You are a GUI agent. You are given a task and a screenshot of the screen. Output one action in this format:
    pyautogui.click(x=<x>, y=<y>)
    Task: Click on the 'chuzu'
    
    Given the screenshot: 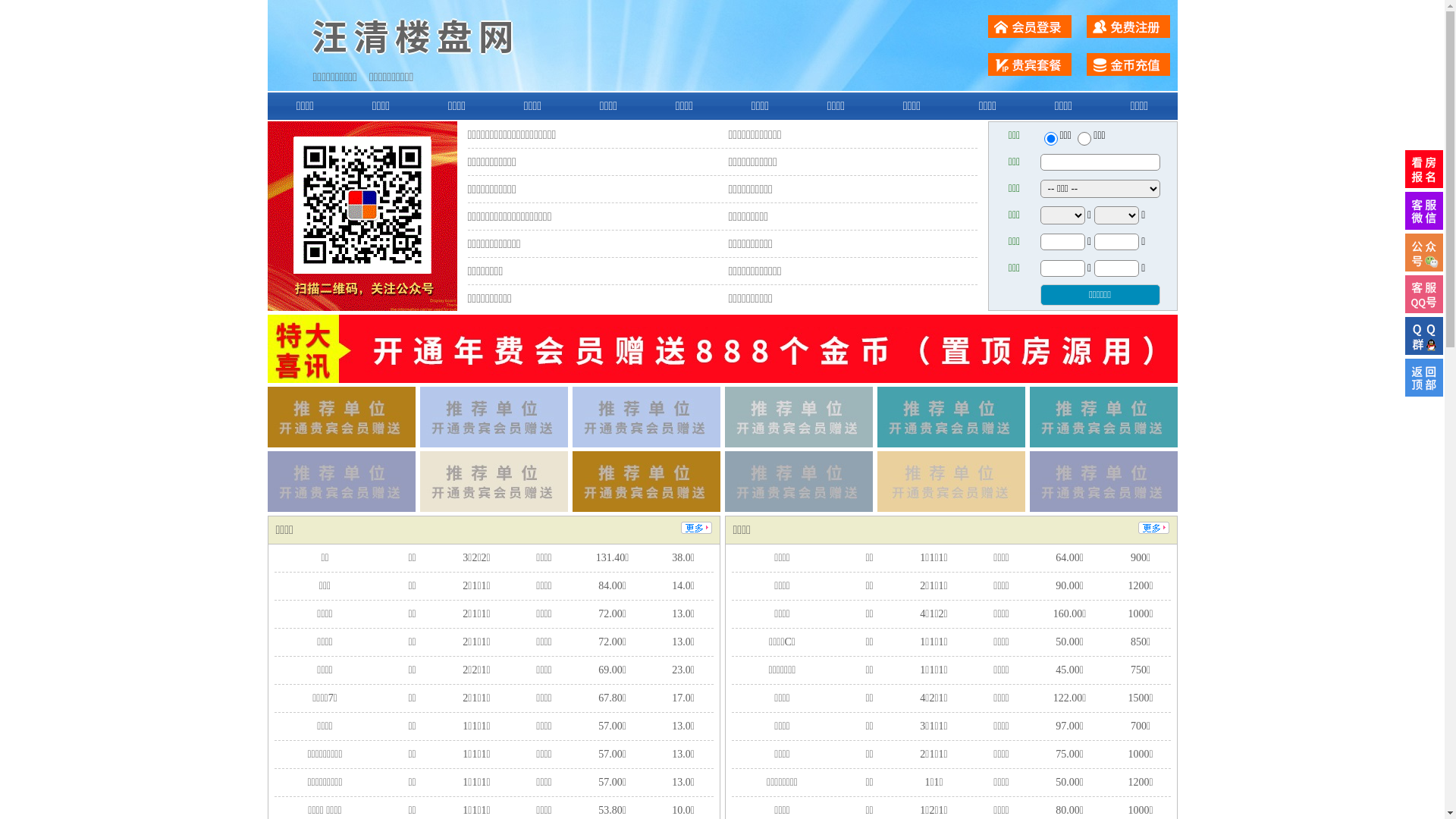 What is the action you would take?
    pyautogui.click(x=1084, y=138)
    